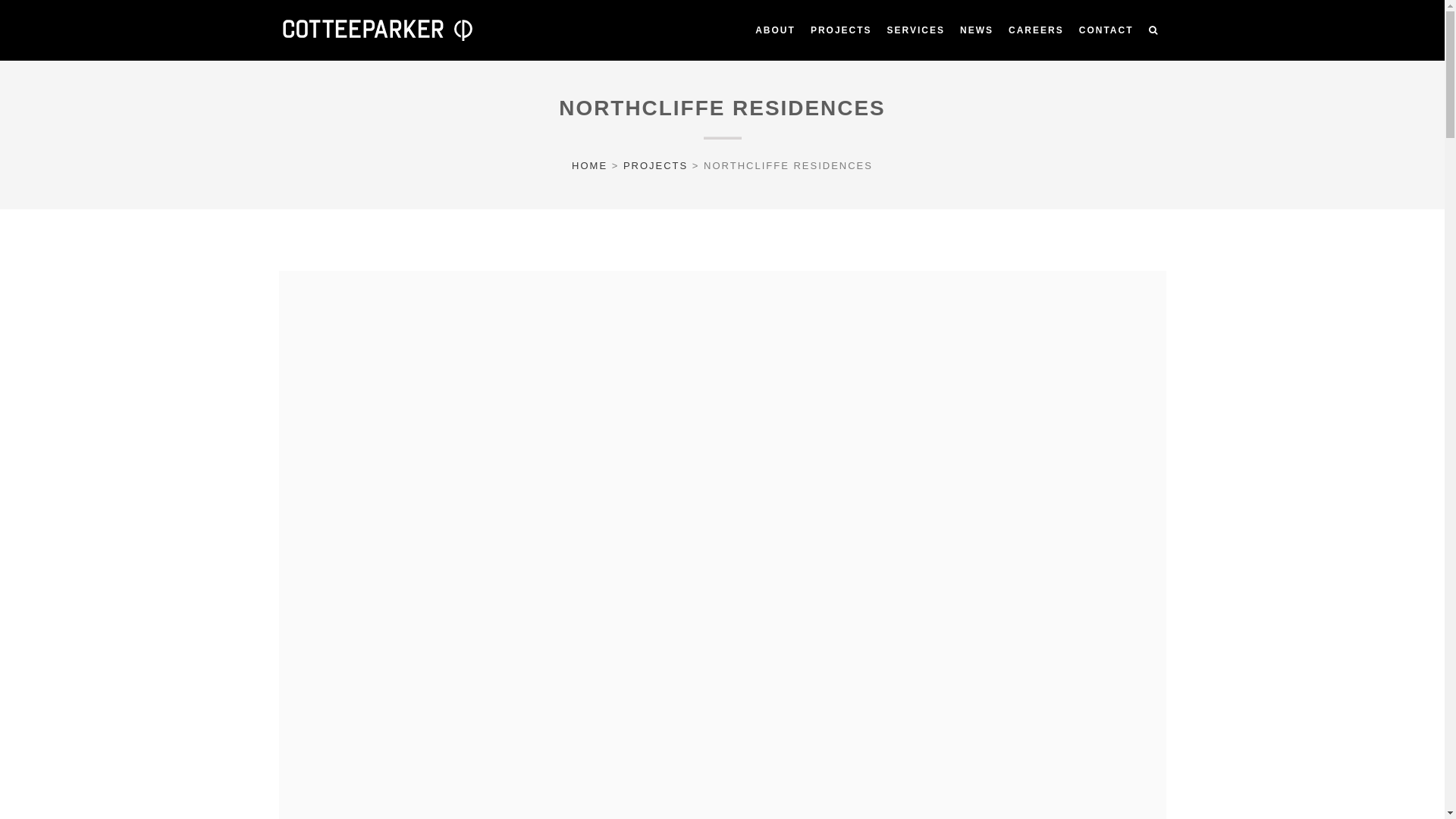 The height and width of the screenshot is (819, 1456). Describe the element at coordinates (588, 165) in the screenshot. I see `'HOME'` at that location.